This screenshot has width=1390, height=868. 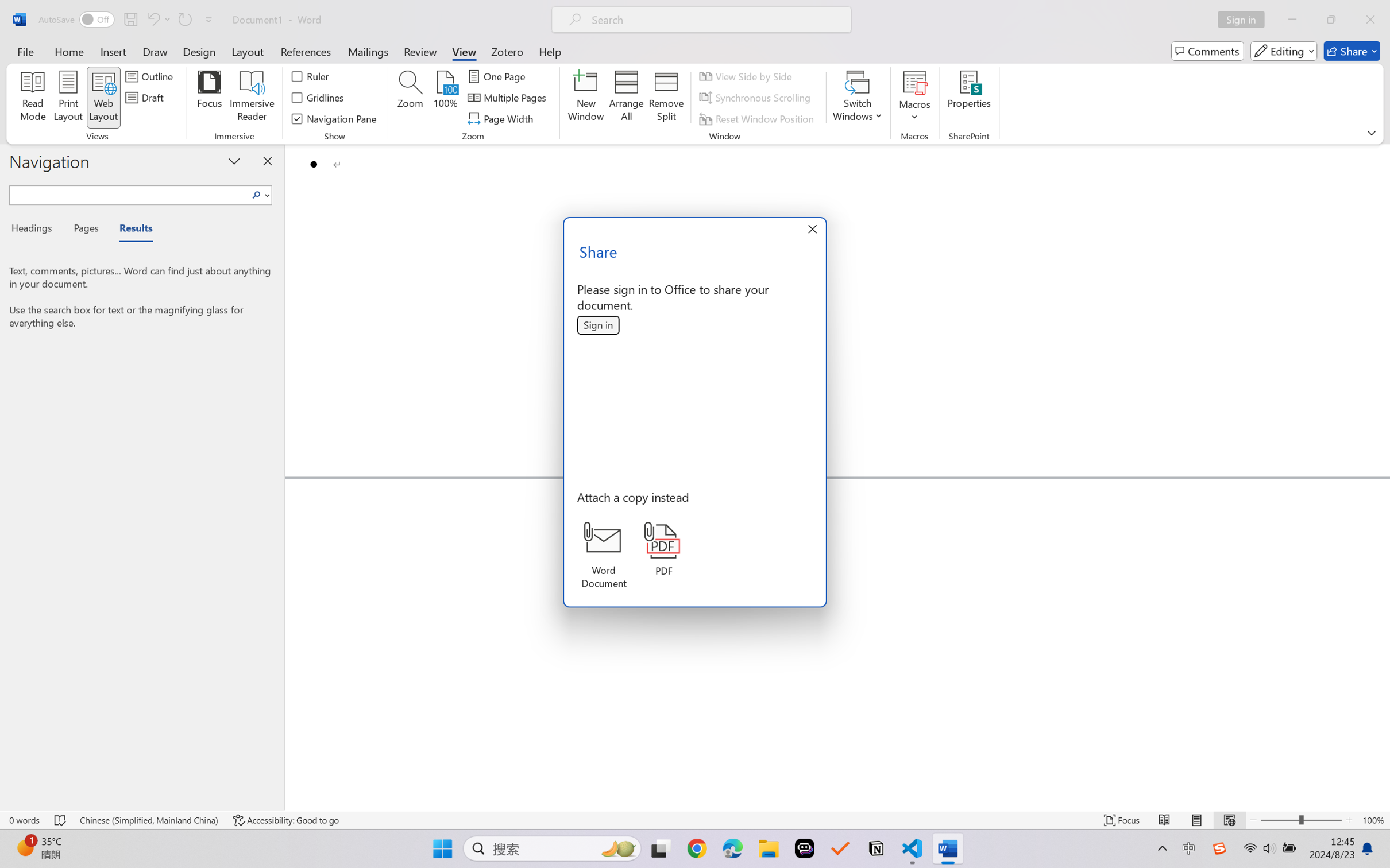 What do you see at coordinates (857, 98) in the screenshot?
I see `'Switch Windows'` at bounding box center [857, 98].